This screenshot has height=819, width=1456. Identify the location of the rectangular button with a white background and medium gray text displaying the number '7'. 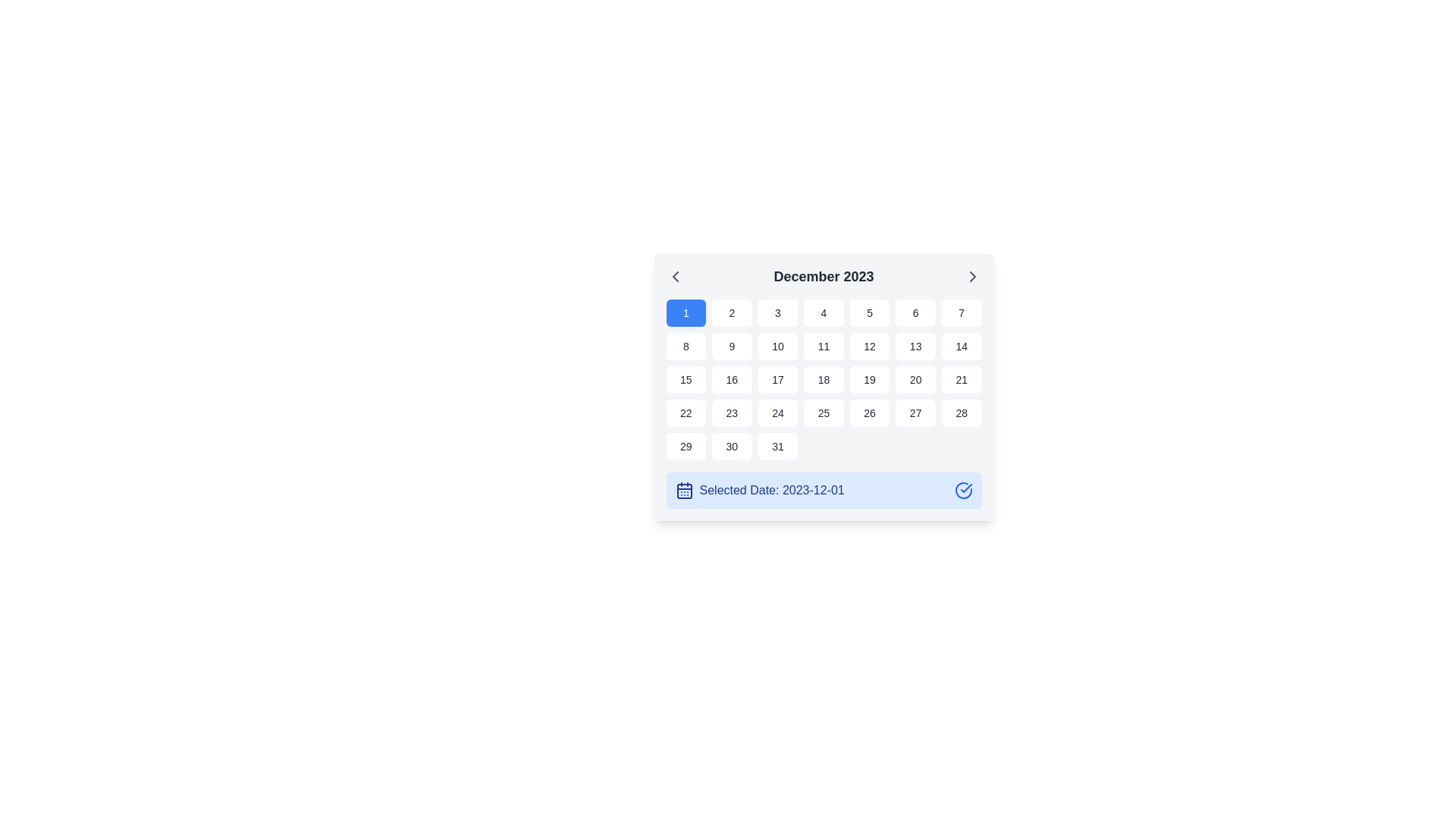
(961, 312).